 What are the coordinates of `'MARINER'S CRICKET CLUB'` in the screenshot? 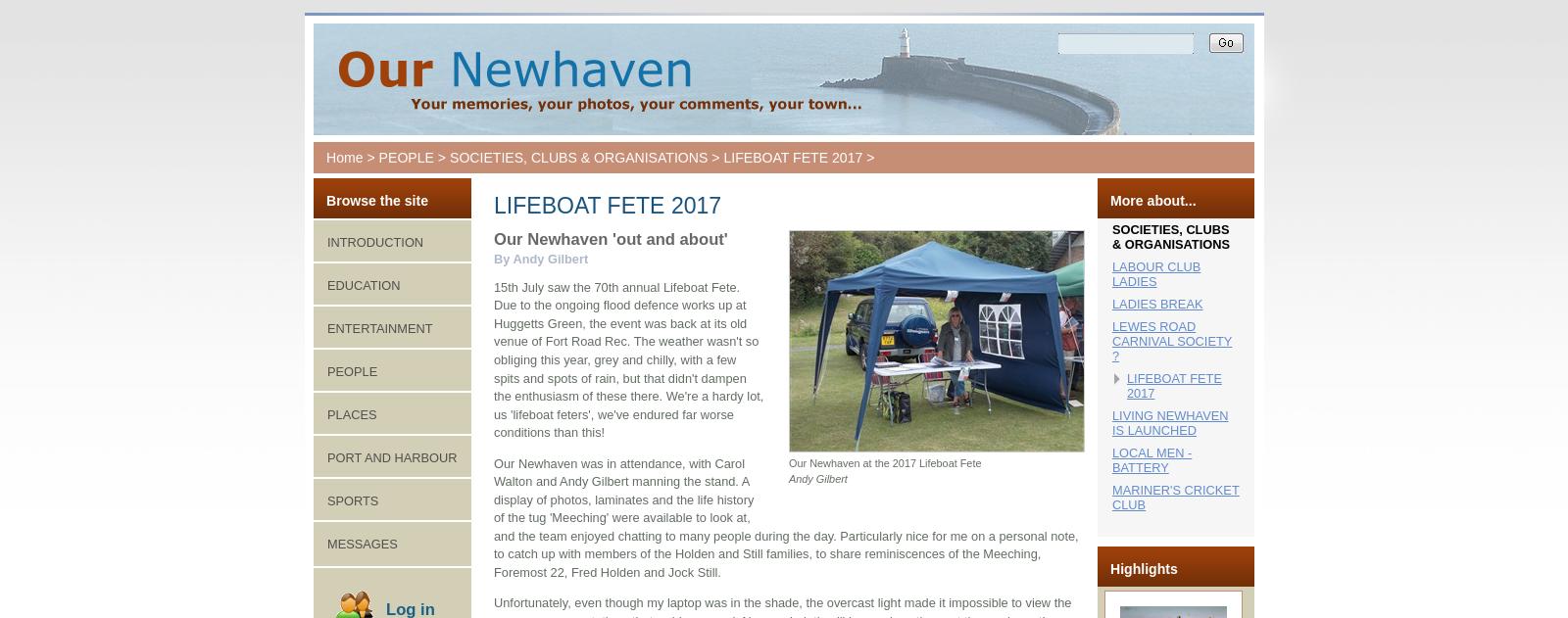 It's located at (1175, 498).